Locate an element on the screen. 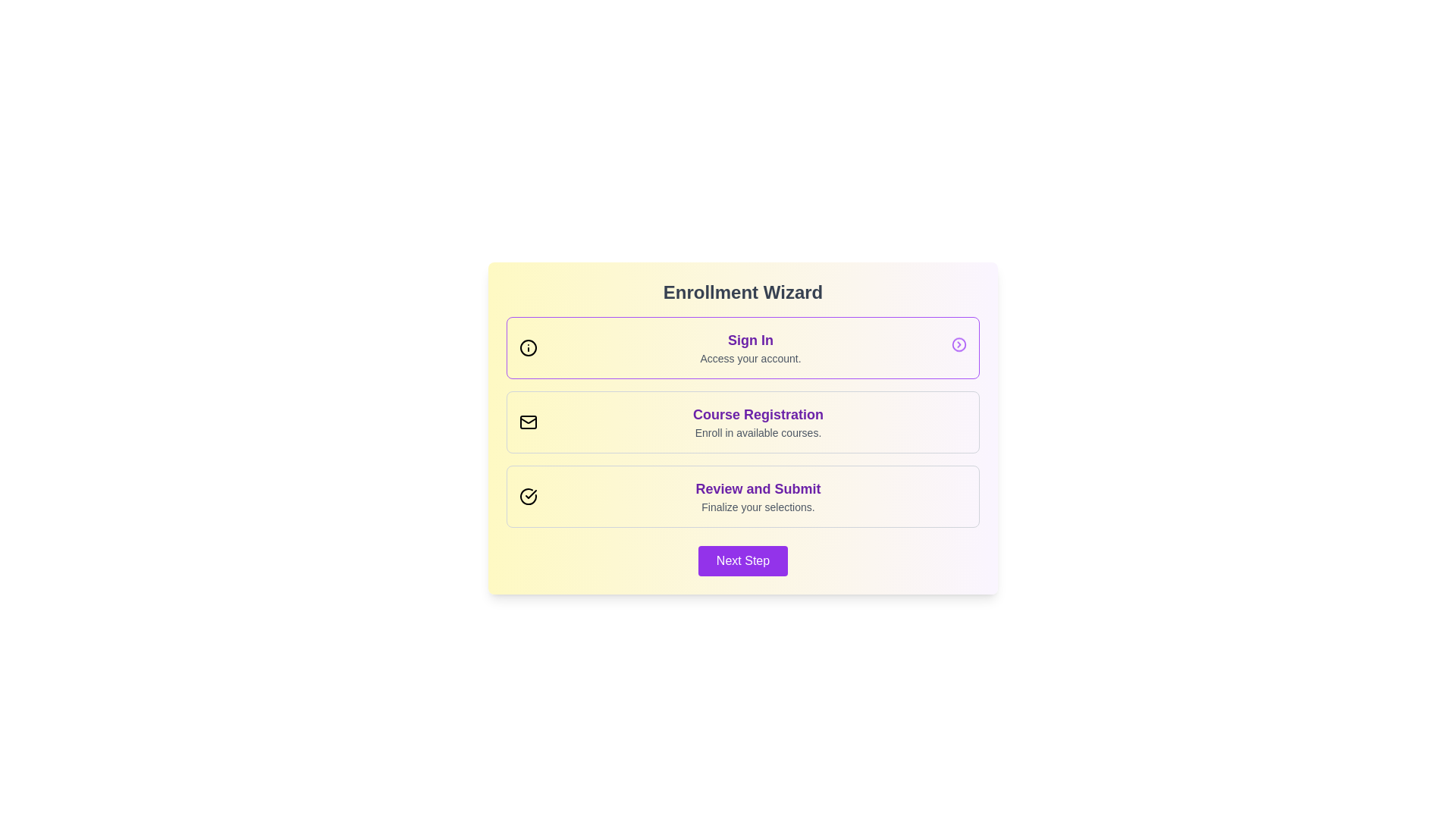 This screenshot has width=1456, height=819. the circular checkmark icon located in the 'Review and Submit' section, which is aligned to the left side of the text 'Finalize your selections.' is located at coordinates (528, 497).